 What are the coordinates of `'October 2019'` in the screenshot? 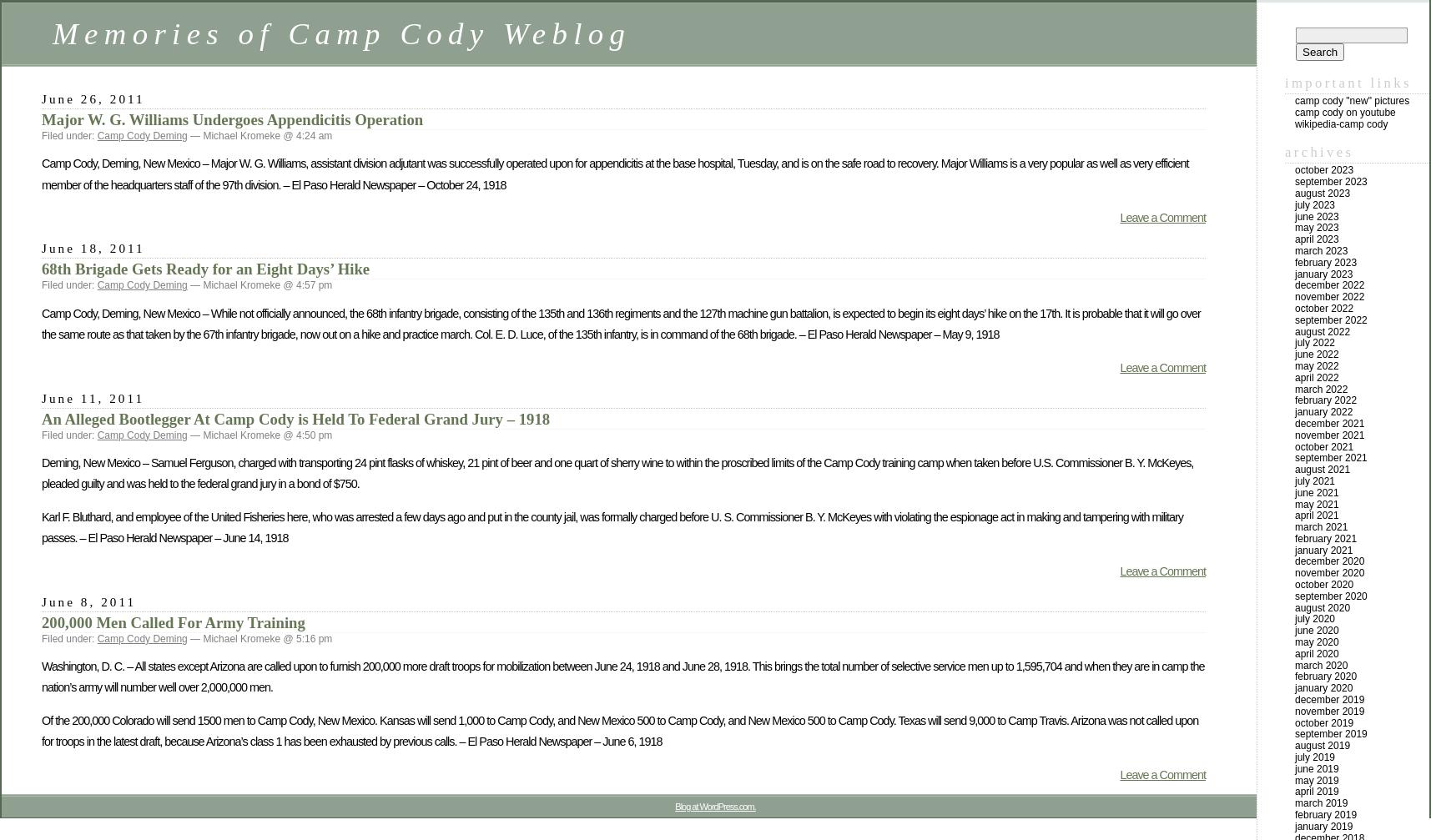 It's located at (1323, 722).